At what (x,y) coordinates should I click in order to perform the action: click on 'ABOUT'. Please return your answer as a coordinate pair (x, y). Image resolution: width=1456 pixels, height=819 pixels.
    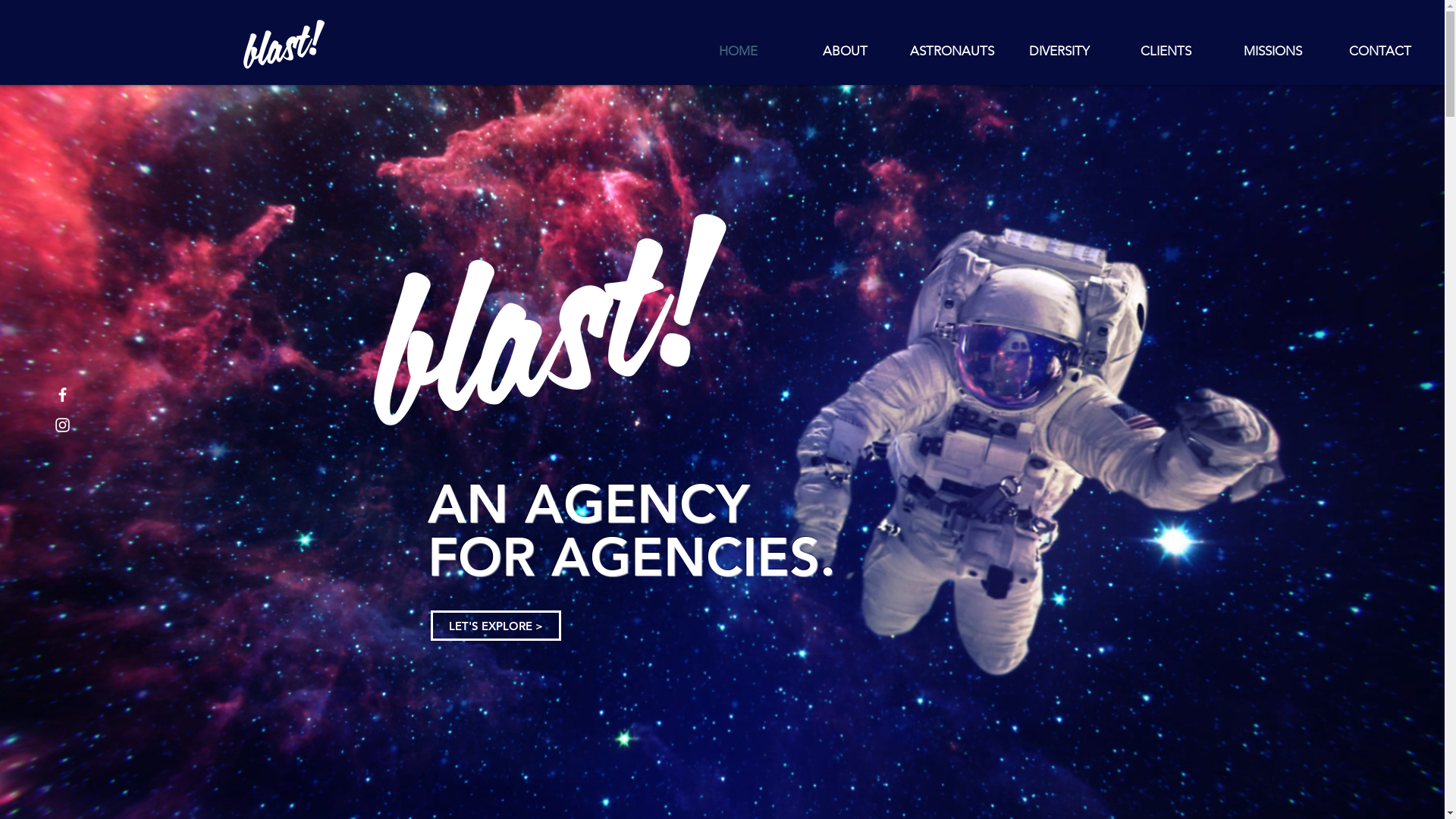
    Looking at the image, I should click on (844, 49).